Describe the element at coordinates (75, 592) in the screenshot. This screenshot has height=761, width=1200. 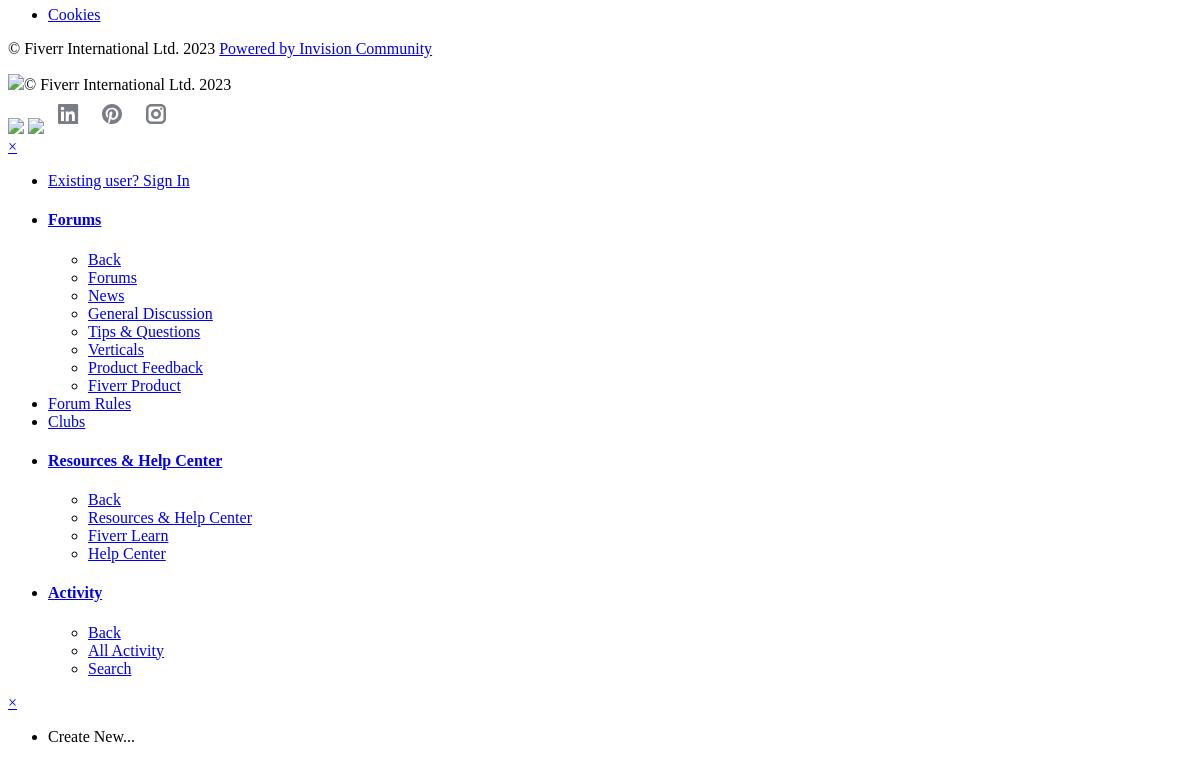
I see `'Activity'` at that location.